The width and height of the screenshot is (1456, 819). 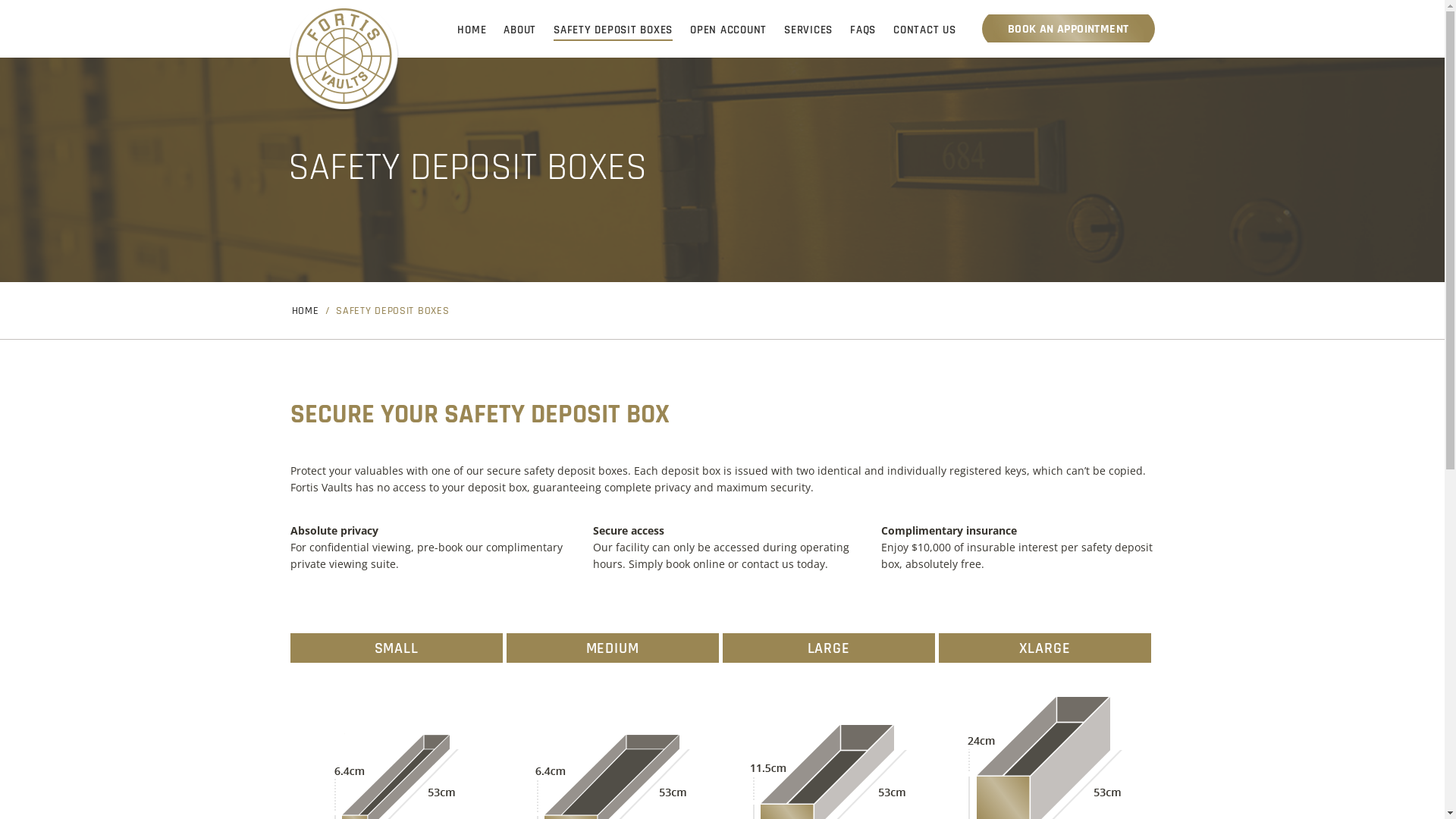 I want to click on 'ABOUT', so click(x=519, y=30).